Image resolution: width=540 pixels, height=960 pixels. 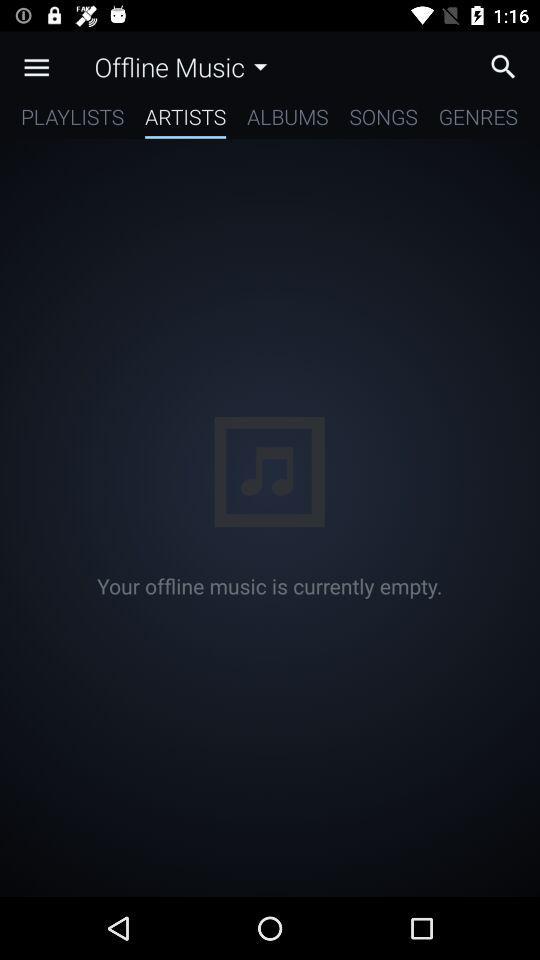 What do you see at coordinates (185, 120) in the screenshot?
I see `item to the right of playlists icon` at bounding box center [185, 120].